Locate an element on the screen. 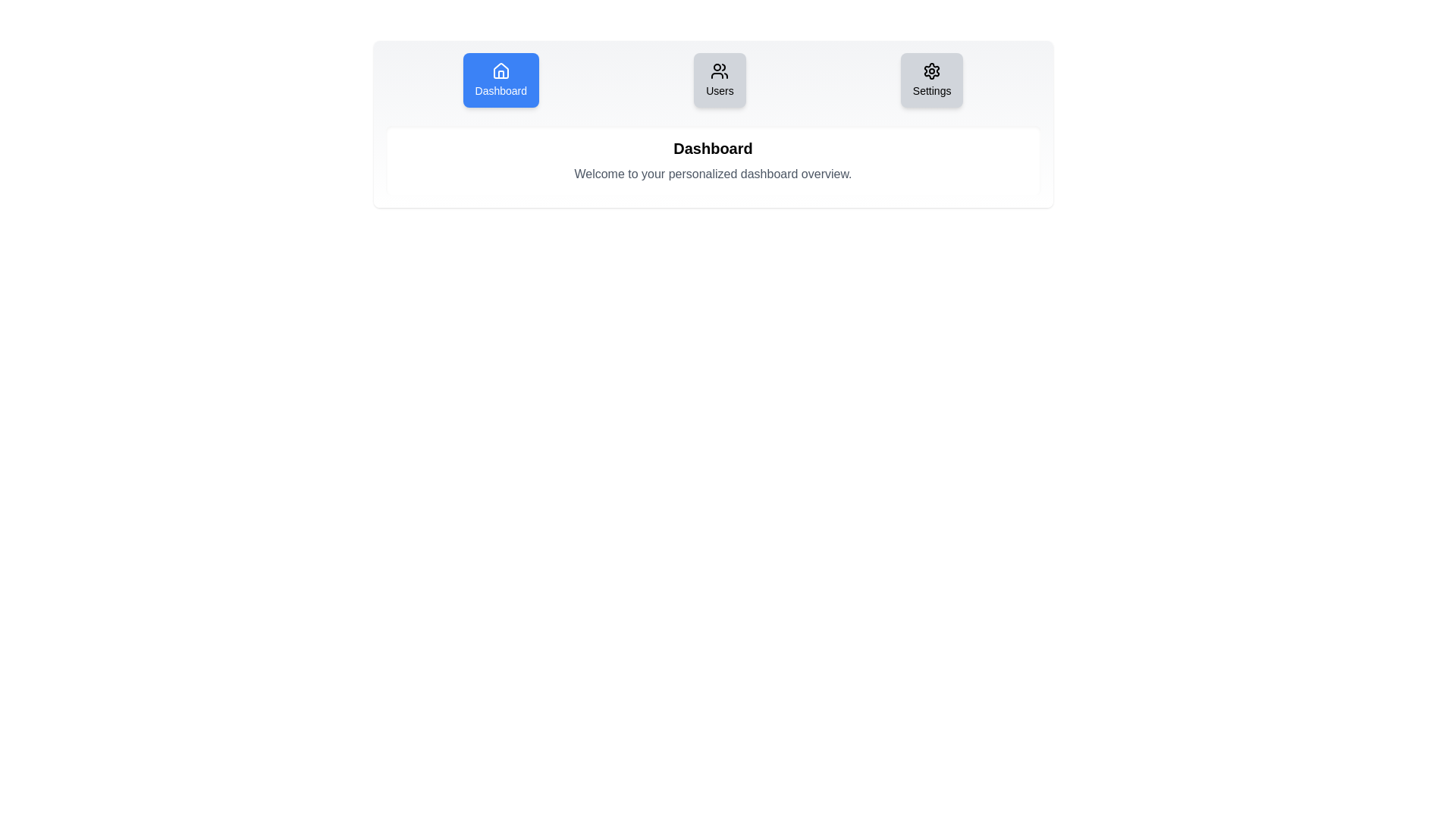 Image resolution: width=1456 pixels, height=819 pixels. the Settings tab by clicking on it is located at coordinates (931, 80).